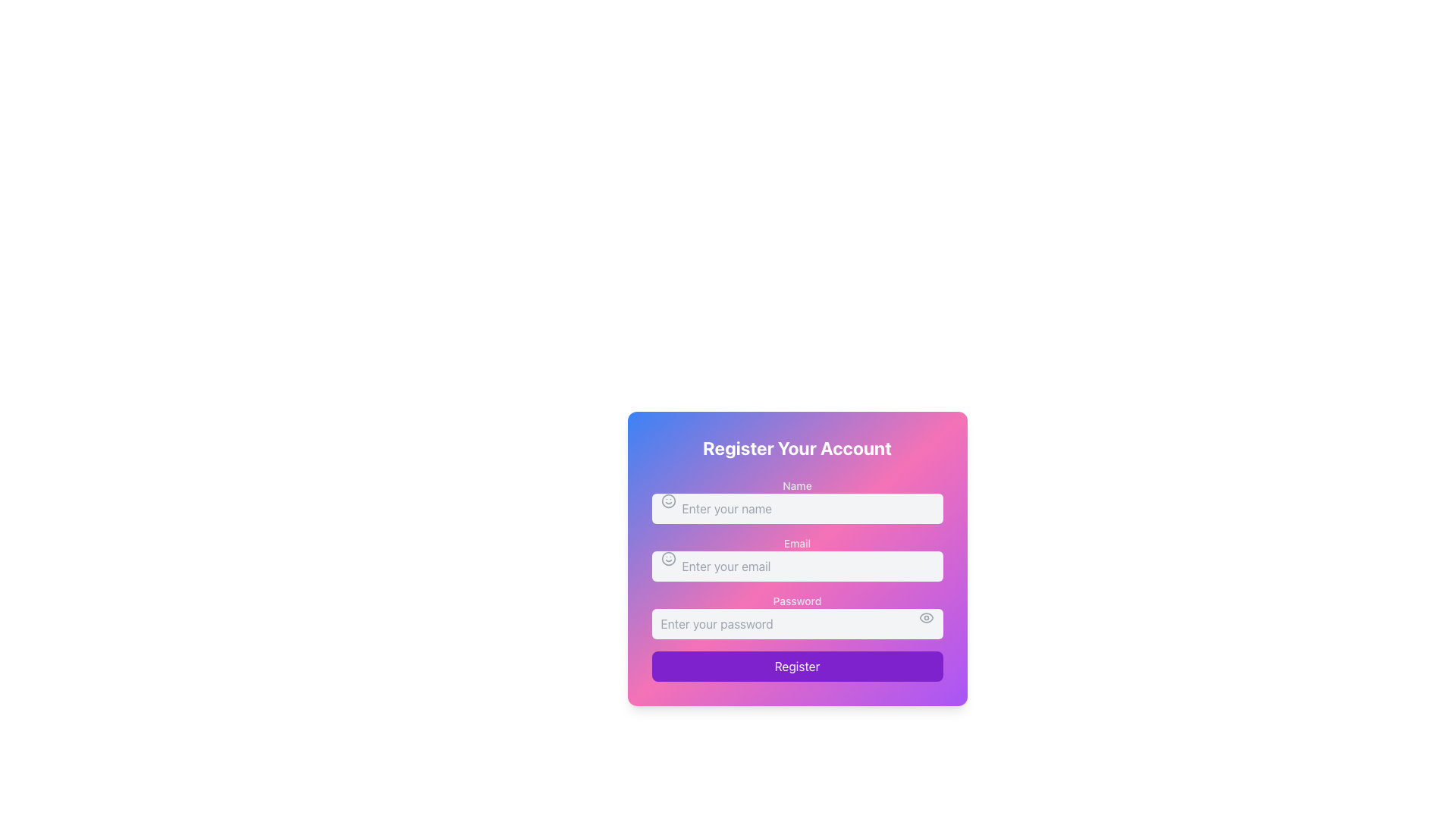 This screenshot has width=1456, height=819. Describe the element at coordinates (667, 558) in the screenshot. I see `the decorative circle in the SVG smiley face icon located to the left of the email input field in the registration form` at that location.